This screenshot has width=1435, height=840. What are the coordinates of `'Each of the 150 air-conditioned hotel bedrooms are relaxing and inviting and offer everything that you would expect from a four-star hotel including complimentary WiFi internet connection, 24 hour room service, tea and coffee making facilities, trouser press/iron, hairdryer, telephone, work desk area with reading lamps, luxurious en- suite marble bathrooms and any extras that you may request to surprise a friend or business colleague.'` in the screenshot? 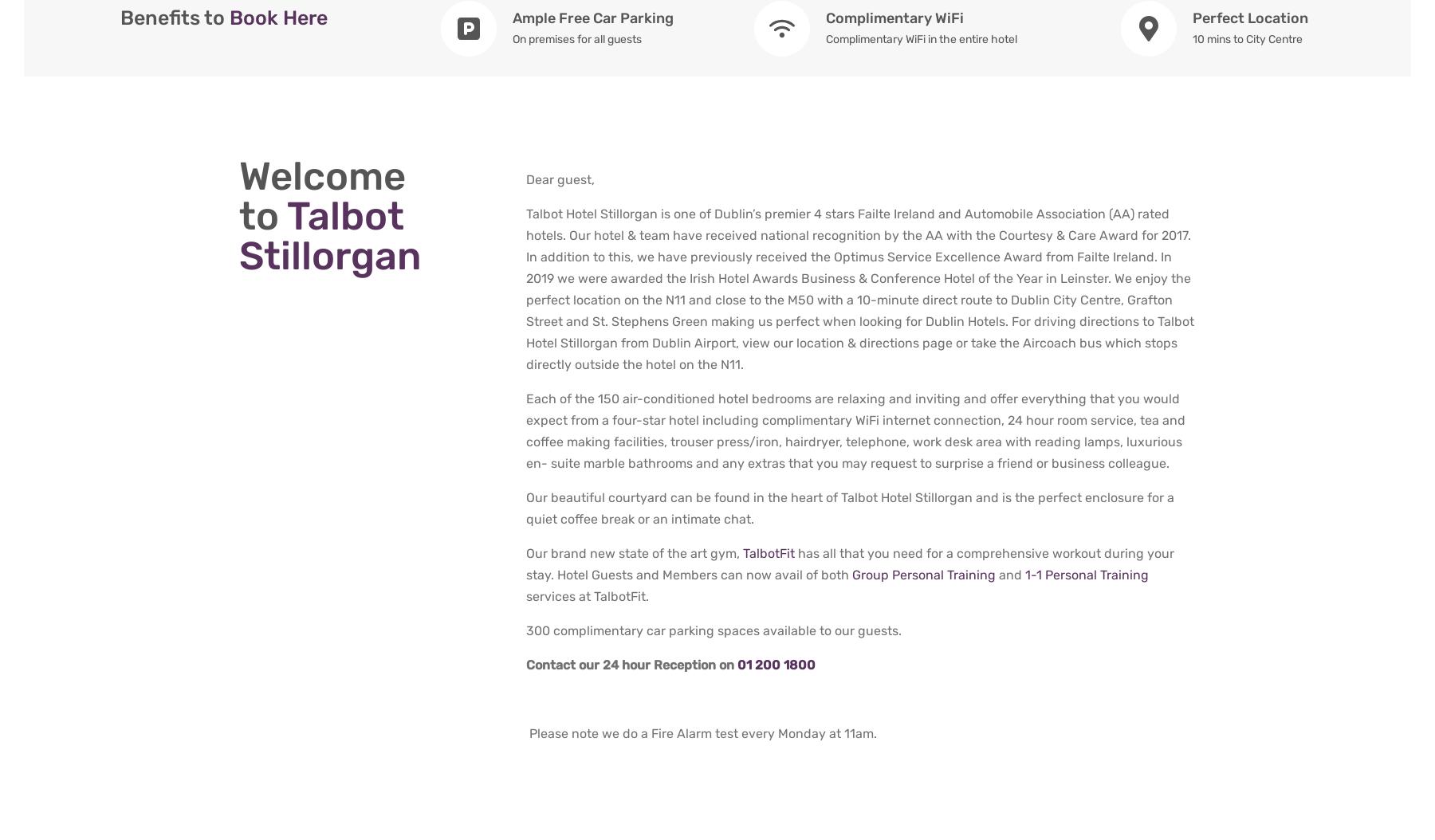 It's located at (855, 431).